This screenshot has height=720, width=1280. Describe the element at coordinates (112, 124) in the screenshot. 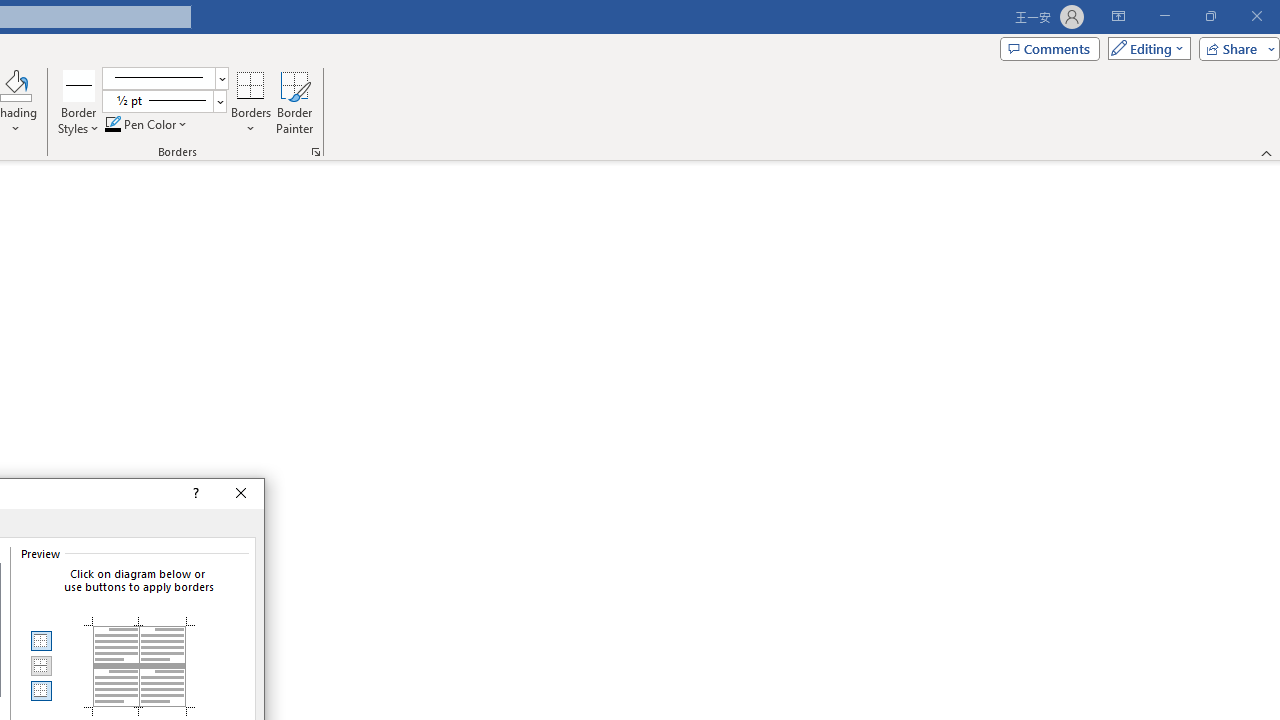

I see `'Pen Color RGB(0, 0, 0)'` at that location.